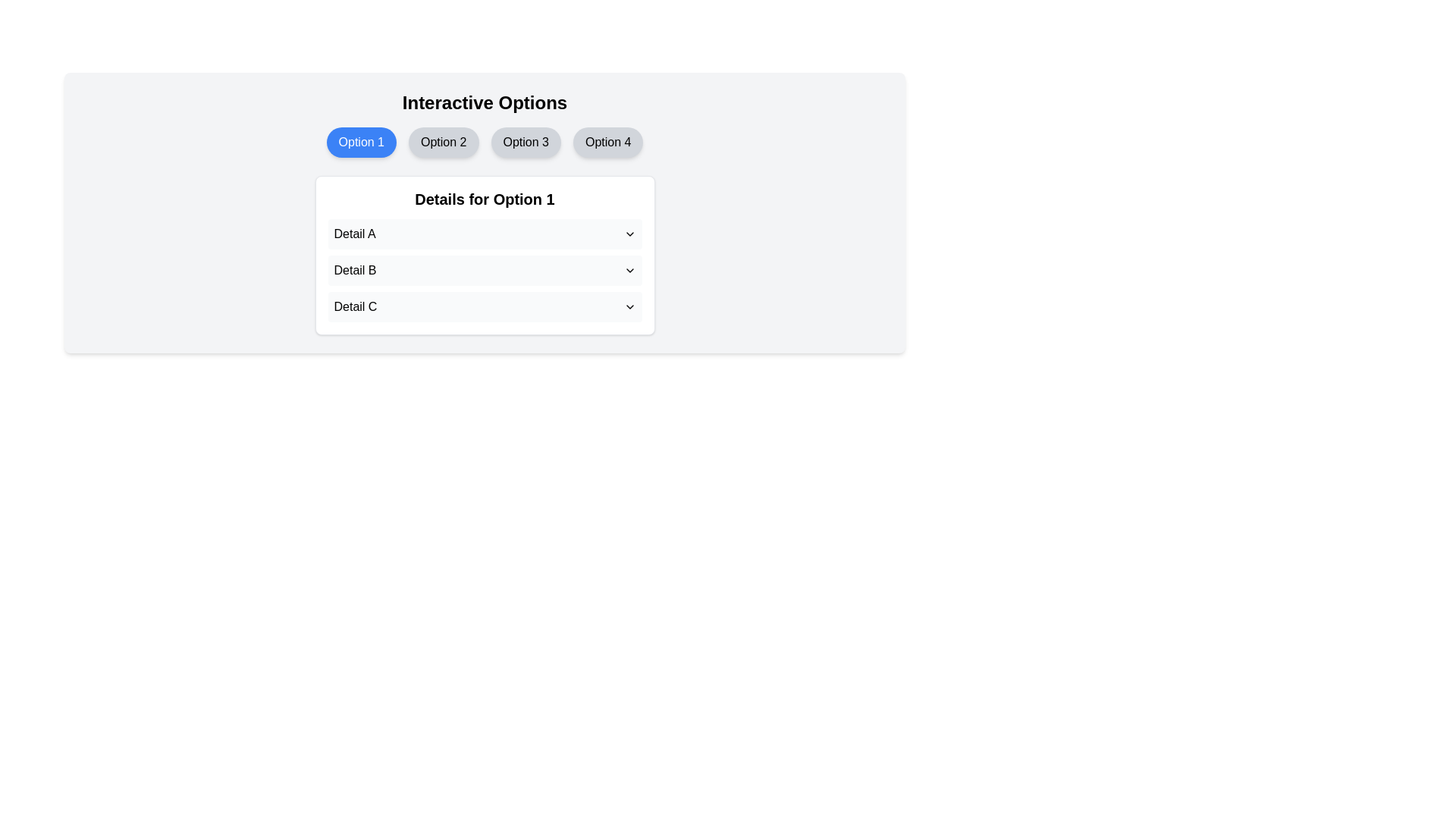 This screenshot has height=819, width=1456. What do you see at coordinates (443, 143) in the screenshot?
I see `the pill-shaped button labeled 'Option 2'` at bounding box center [443, 143].